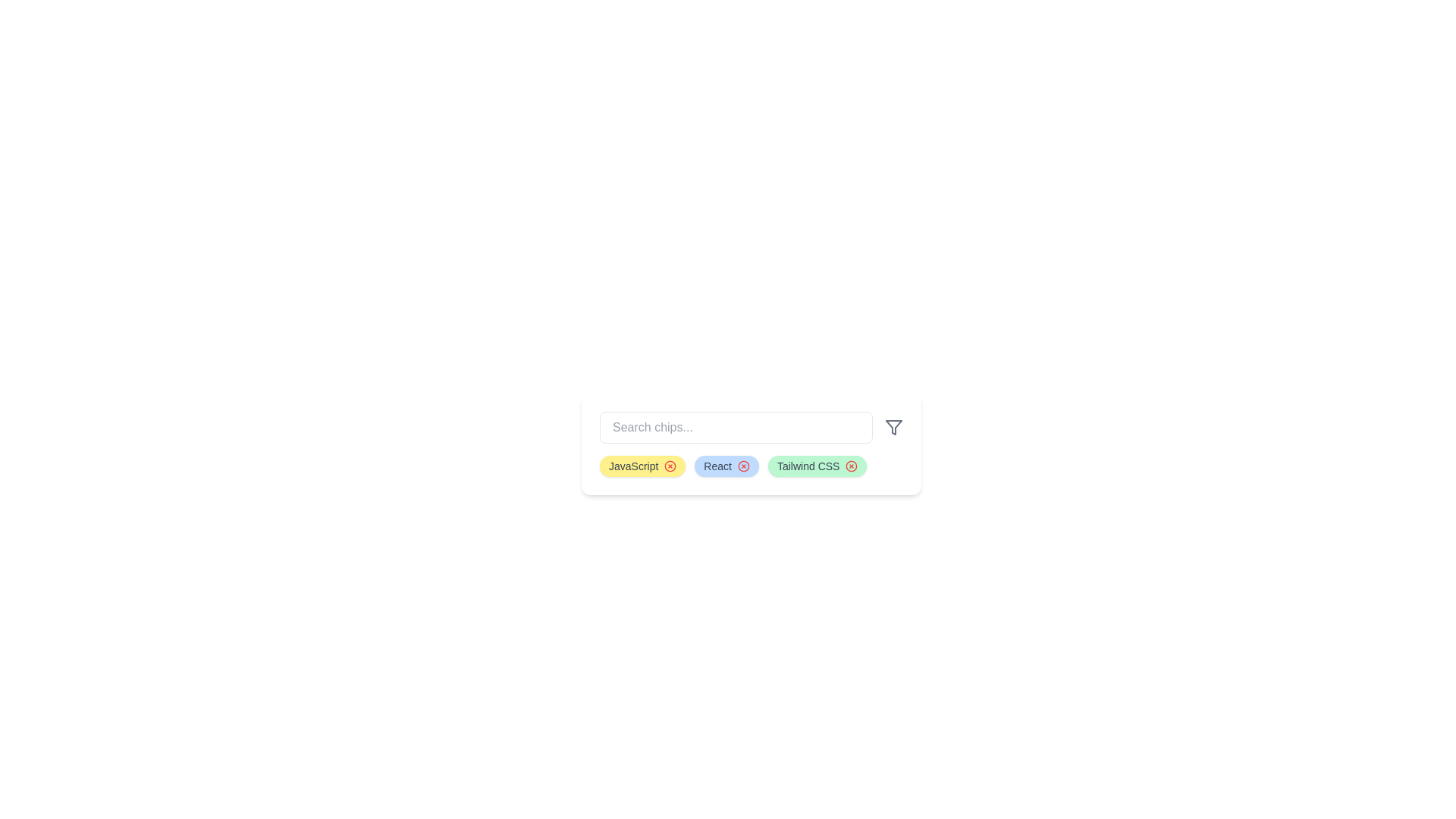  Describe the element at coordinates (894, 427) in the screenshot. I see `the filter icon to trigger its functionality` at that location.